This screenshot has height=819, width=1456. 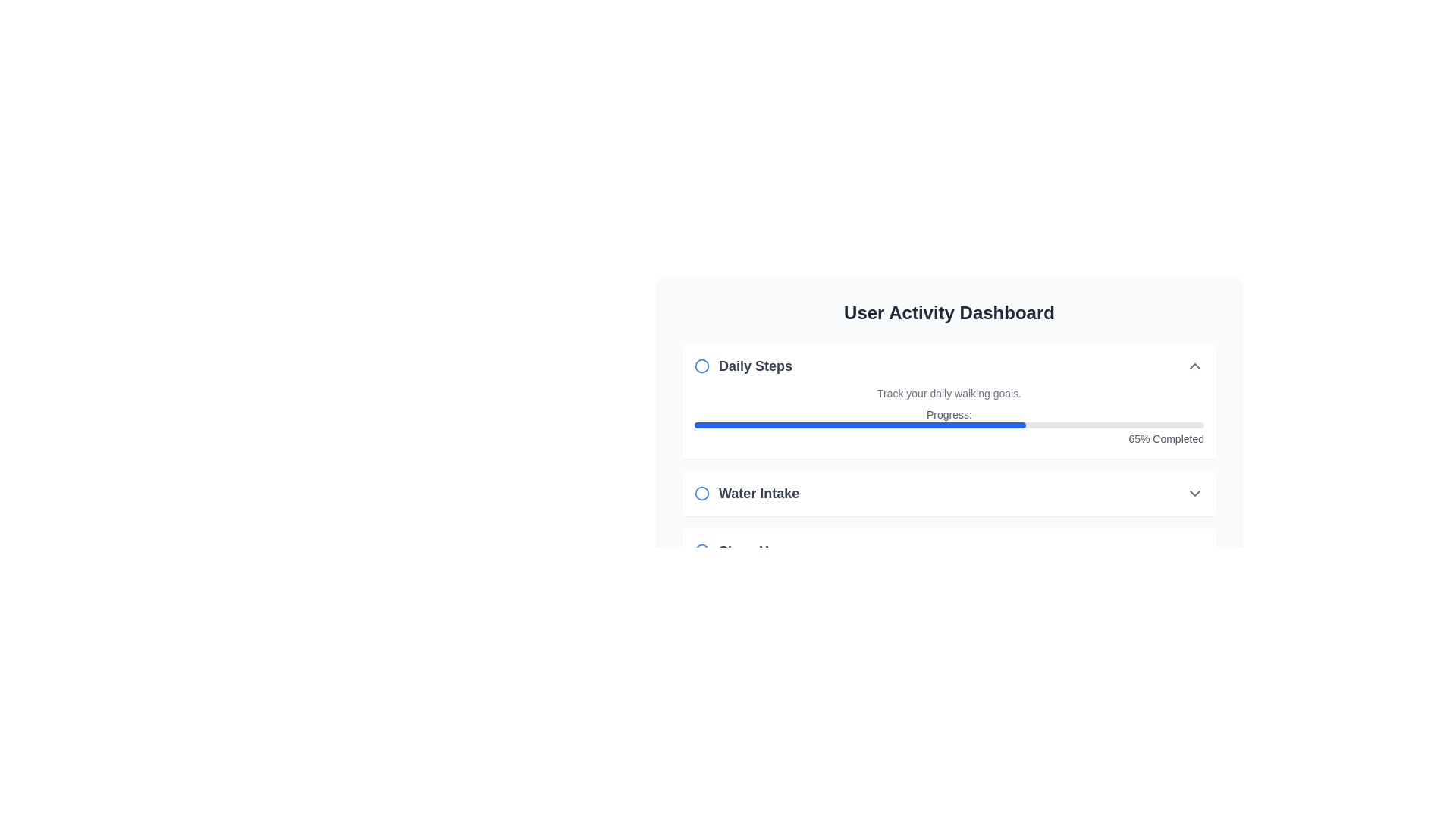 I want to click on the 'Sleep Hours' icon located in the third section of the 'User Activity Dashboard', to the left of the 'Sleep Hours' text label, so click(x=701, y=551).